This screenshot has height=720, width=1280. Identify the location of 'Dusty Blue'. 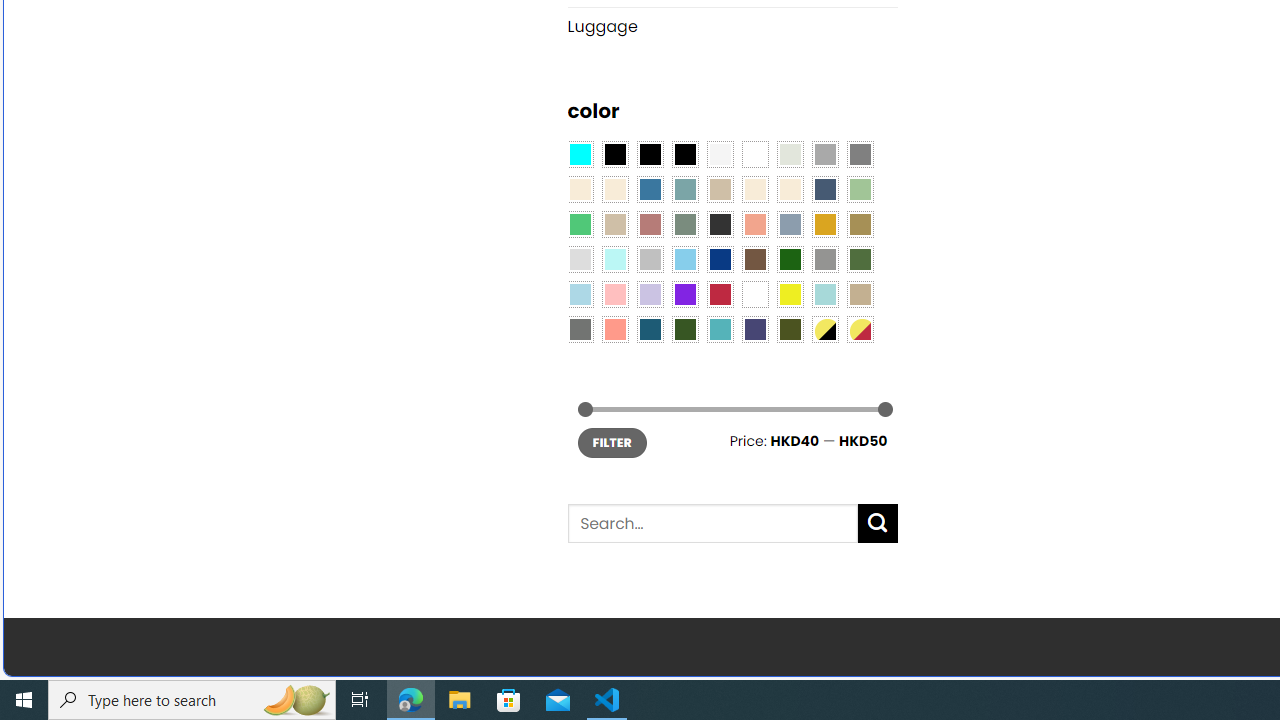
(788, 225).